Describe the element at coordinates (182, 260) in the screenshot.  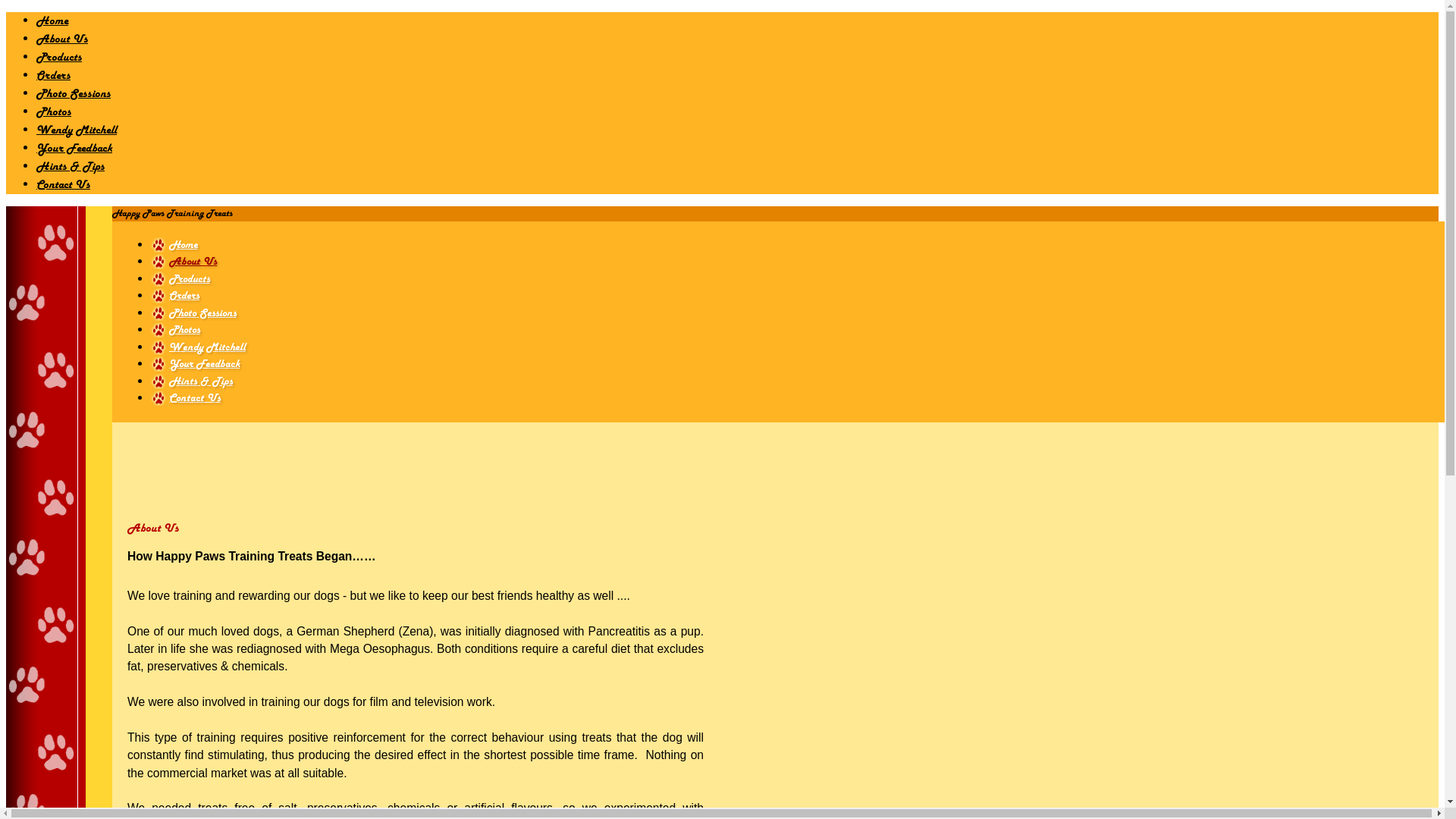
I see `'About Us'` at that location.